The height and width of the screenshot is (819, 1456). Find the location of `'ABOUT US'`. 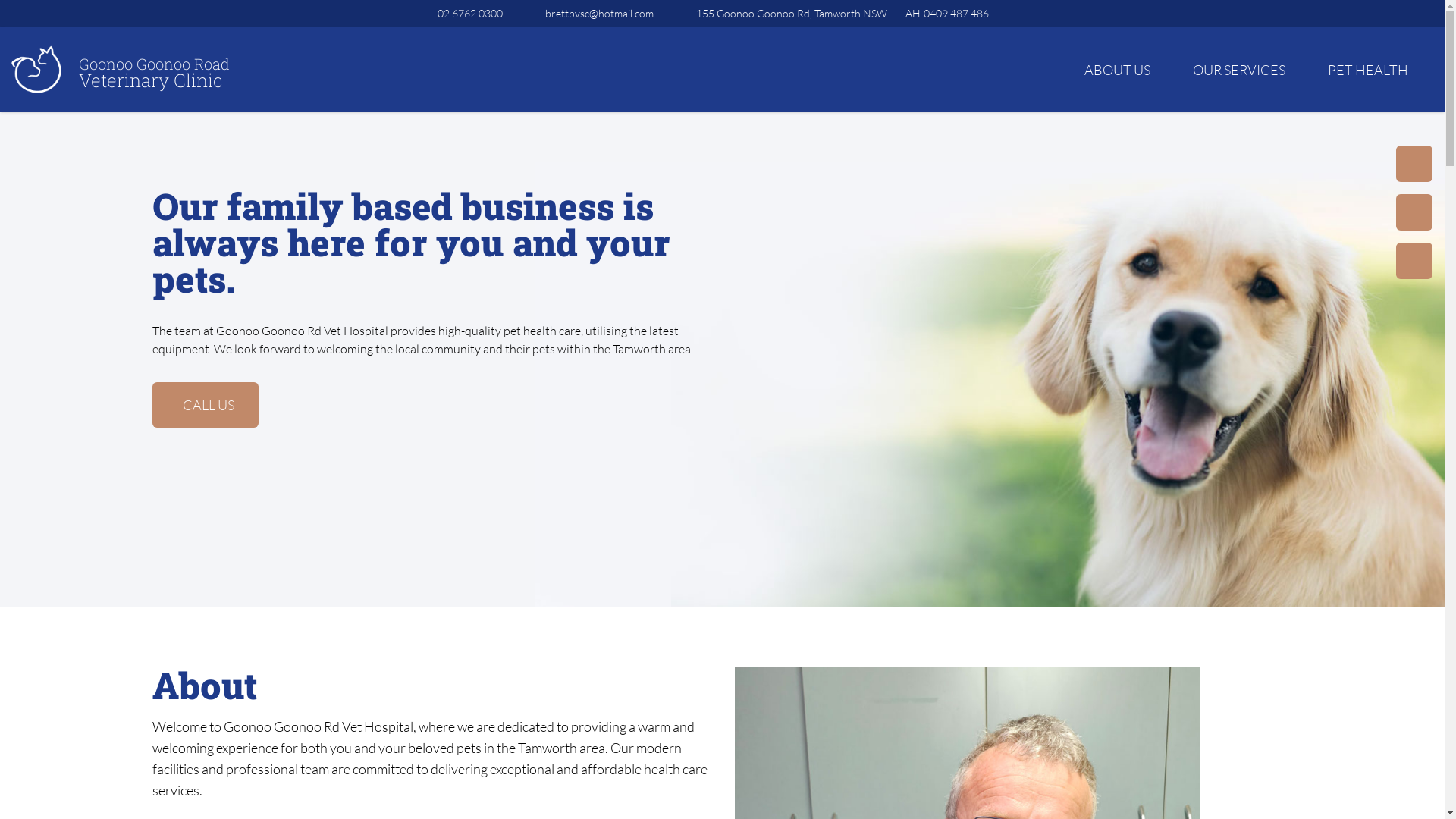

'ABOUT US' is located at coordinates (1072, 70).